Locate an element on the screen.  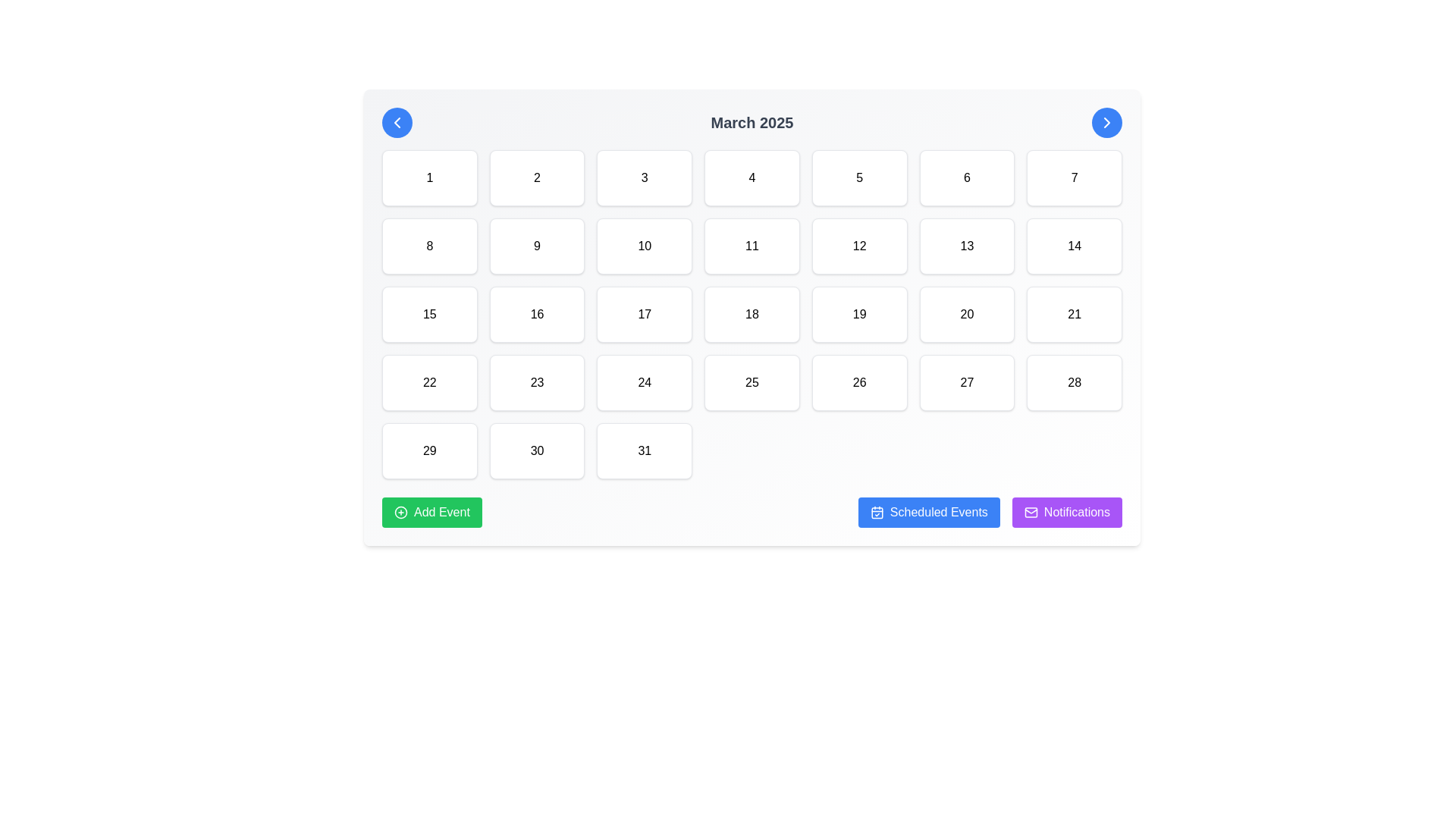
the calendar day cell representing the 11th day of March 2025, which is located in the second row and fourth column of the calendar grid is located at coordinates (752, 245).